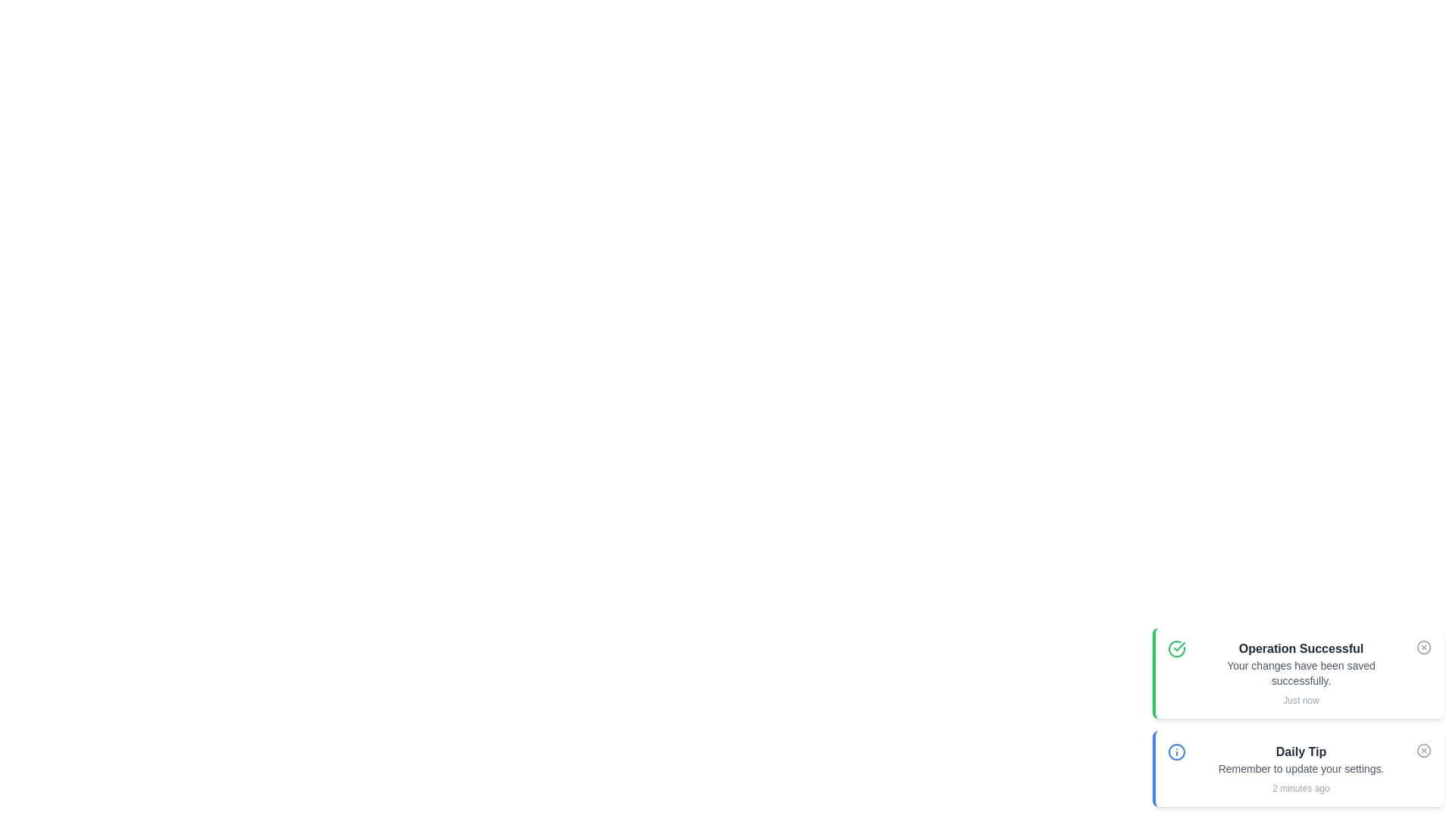 The image size is (1456, 819). What do you see at coordinates (1301, 788) in the screenshot?
I see `the Text Label displaying '2 minutes ago', which is located under the 'Daily Tip' component, below 'Remember to update your settings'` at bounding box center [1301, 788].